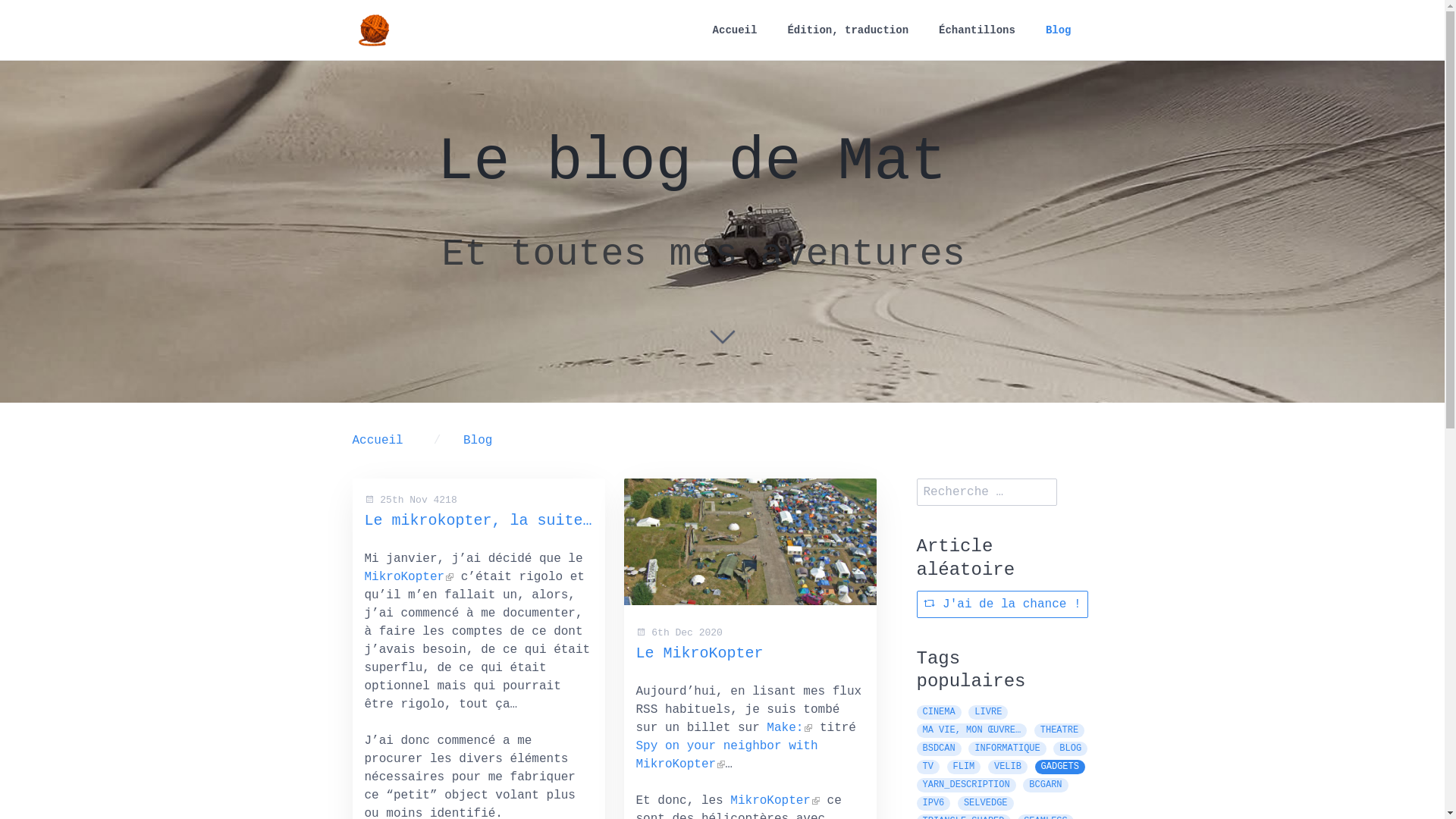 The image size is (1456, 819). What do you see at coordinates (1044, 785) in the screenshot?
I see `'BCGARN'` at bounding box center [1044, 785].